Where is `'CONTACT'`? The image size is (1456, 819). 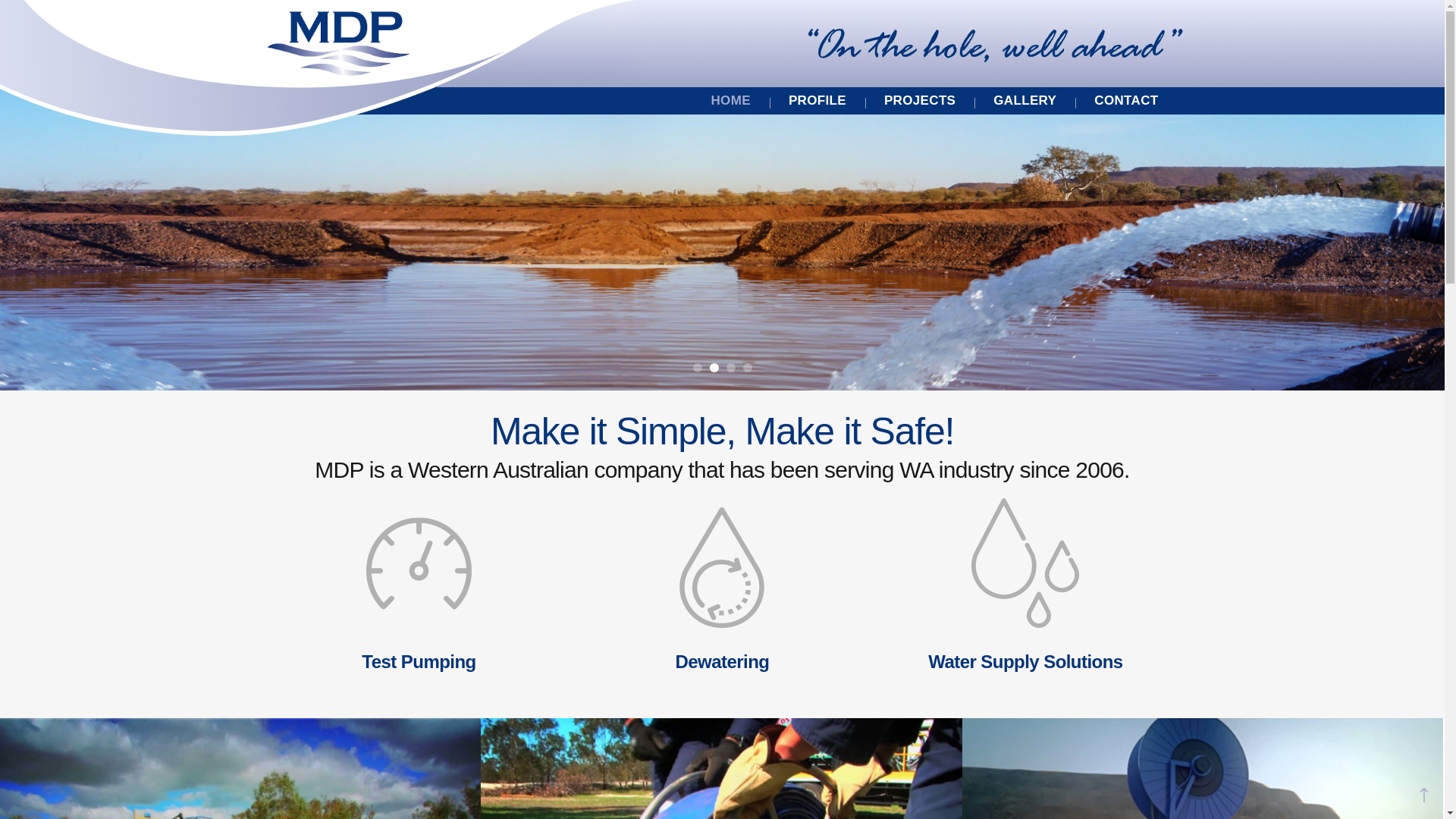
'CONTACT' is located at coordinates (1125, 100).